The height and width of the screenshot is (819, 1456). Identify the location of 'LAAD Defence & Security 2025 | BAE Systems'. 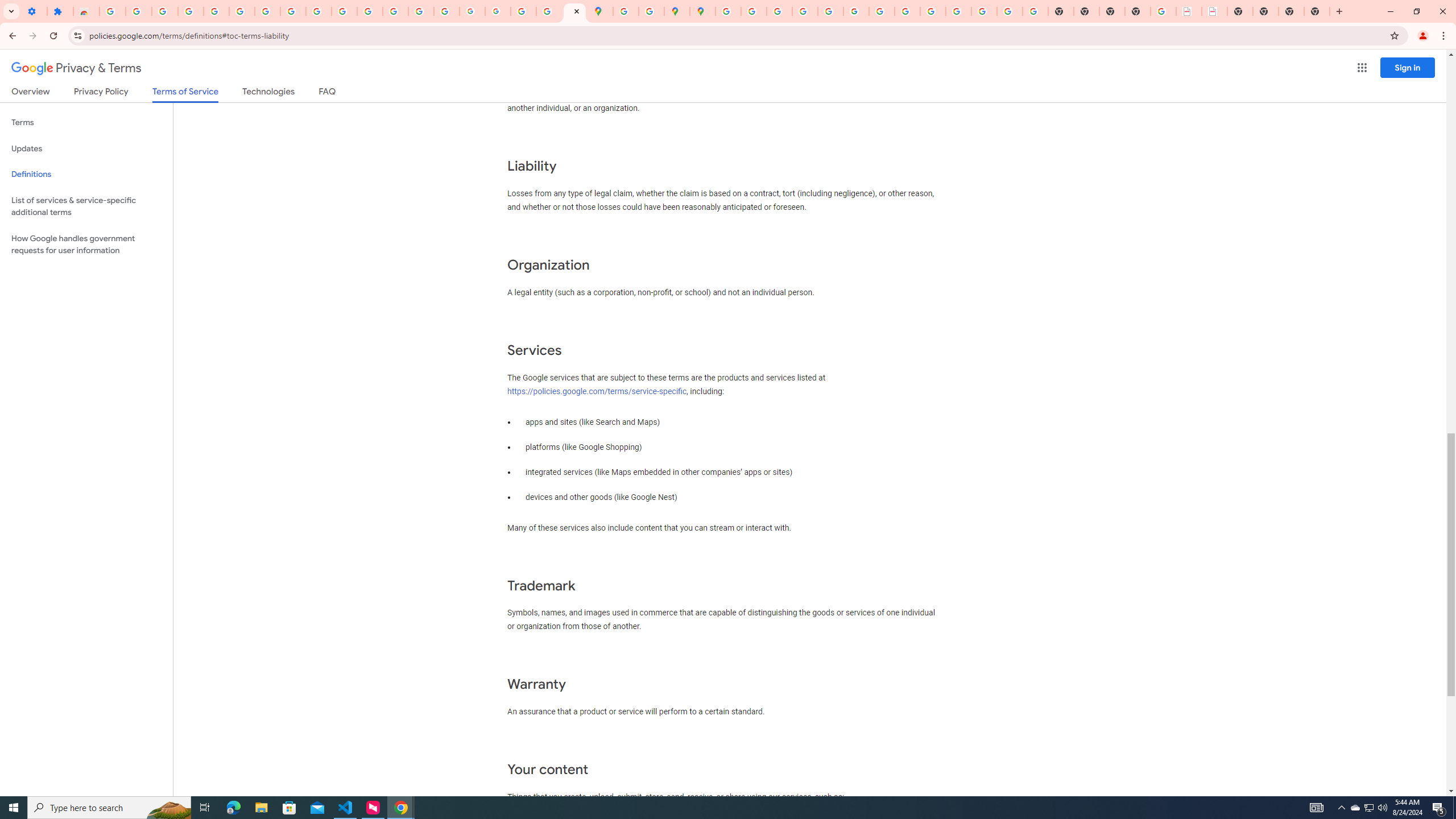
(1189, 11).